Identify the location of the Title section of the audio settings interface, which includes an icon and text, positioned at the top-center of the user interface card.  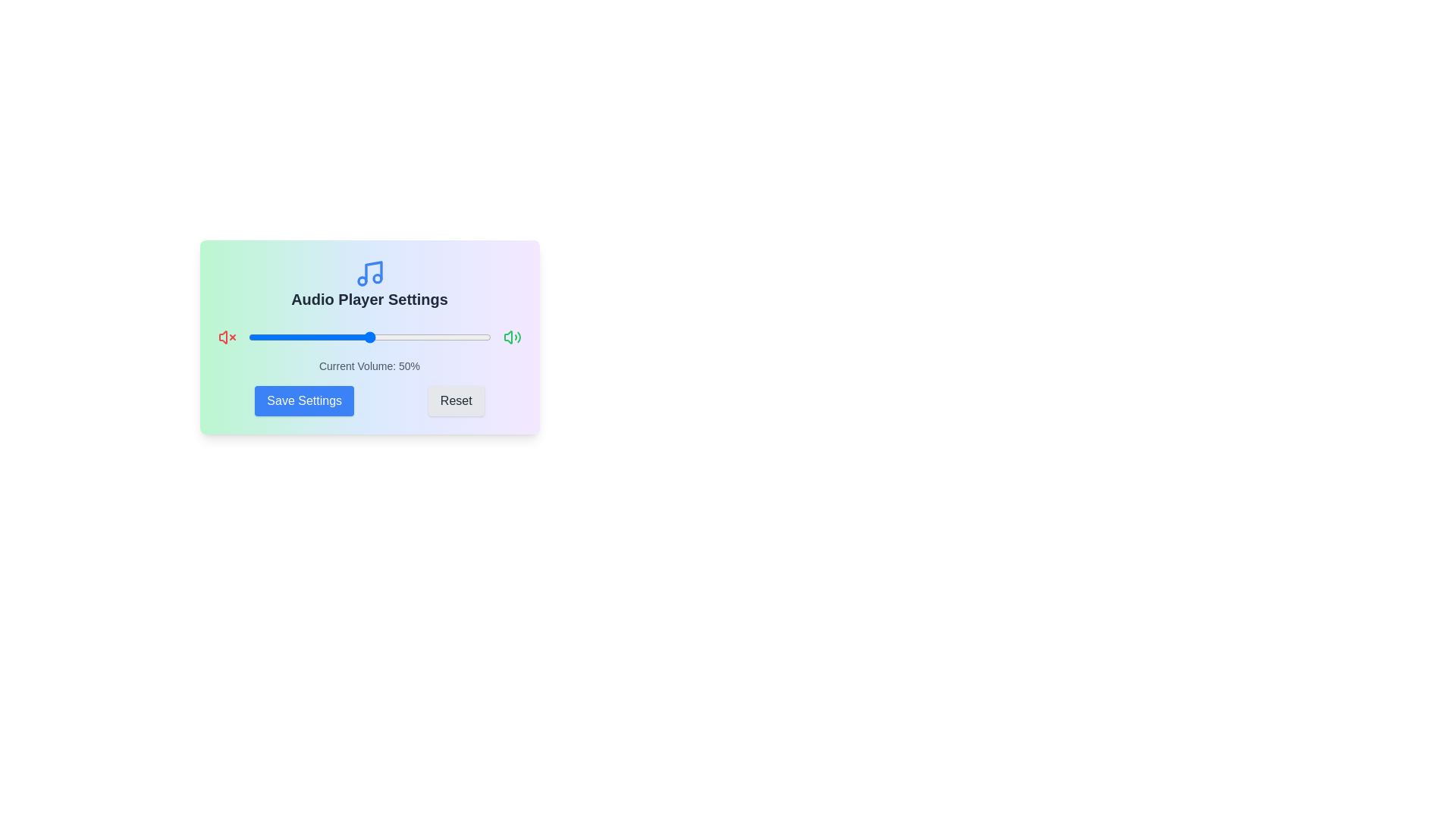
(369, 284).